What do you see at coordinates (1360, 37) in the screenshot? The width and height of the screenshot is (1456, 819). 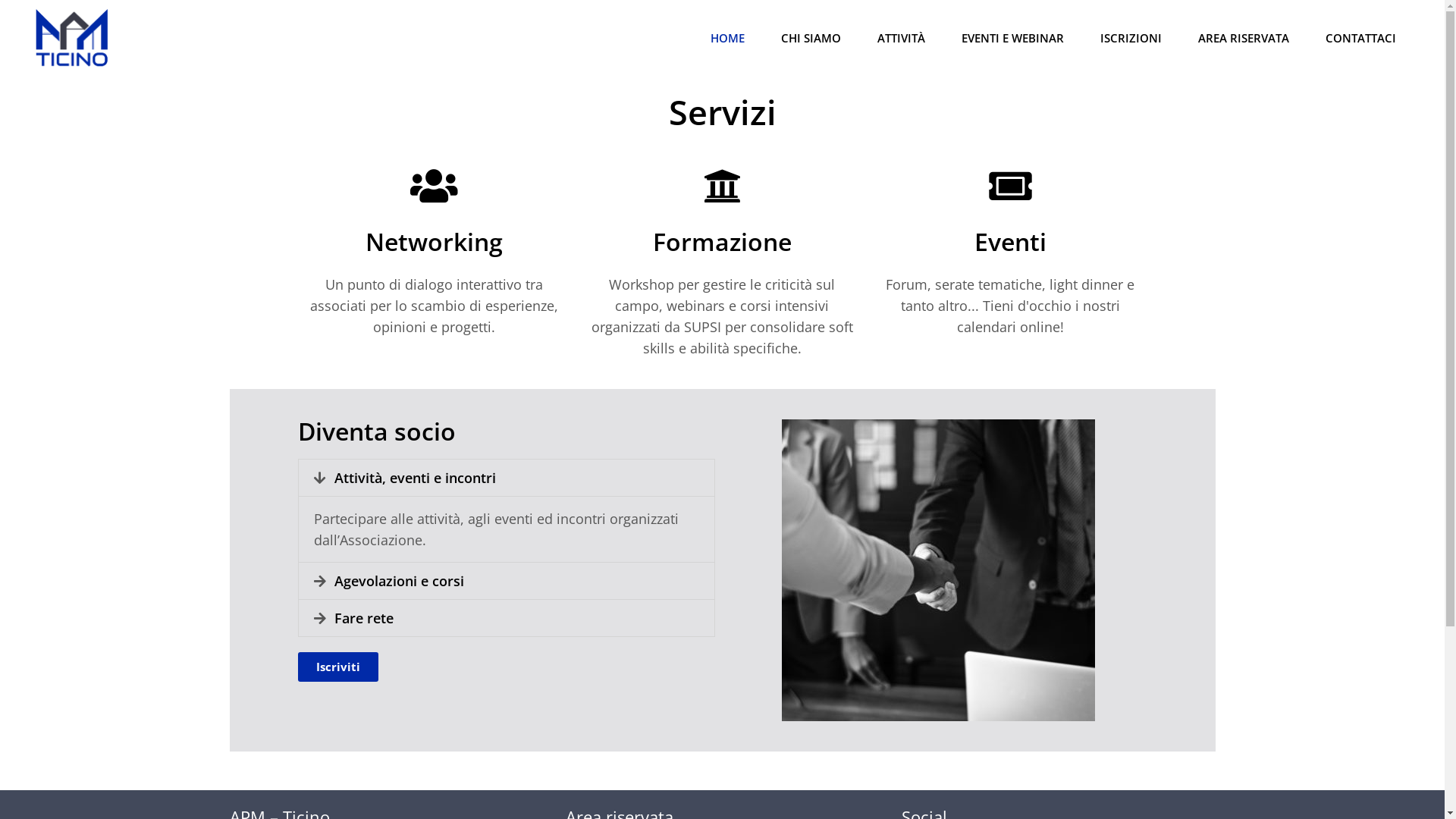 I see `'CONTATTACI'` at bounding box center [1360, 37].